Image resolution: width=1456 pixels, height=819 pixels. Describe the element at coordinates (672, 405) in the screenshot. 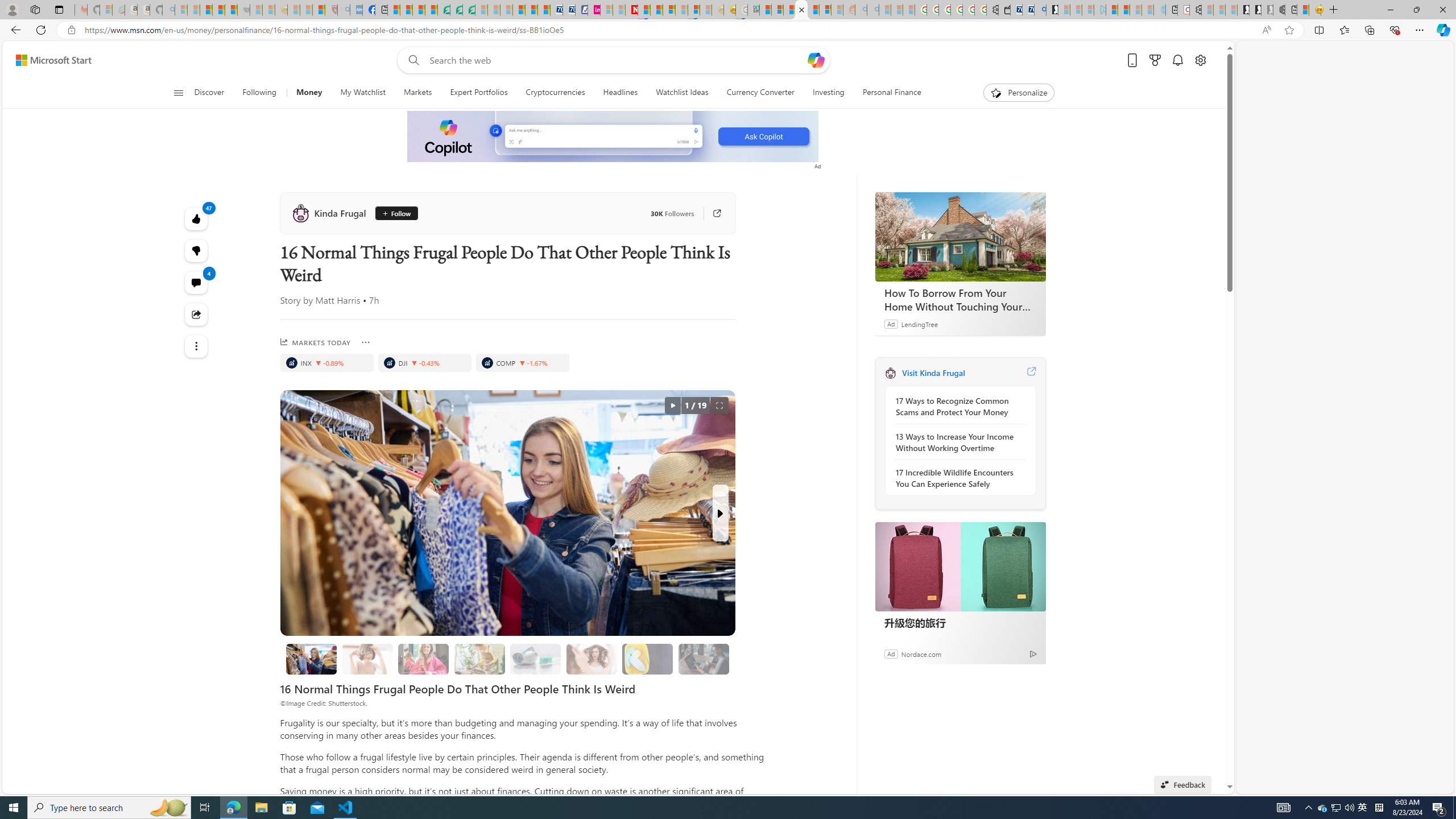

I see `'autorotate button'` at that location.